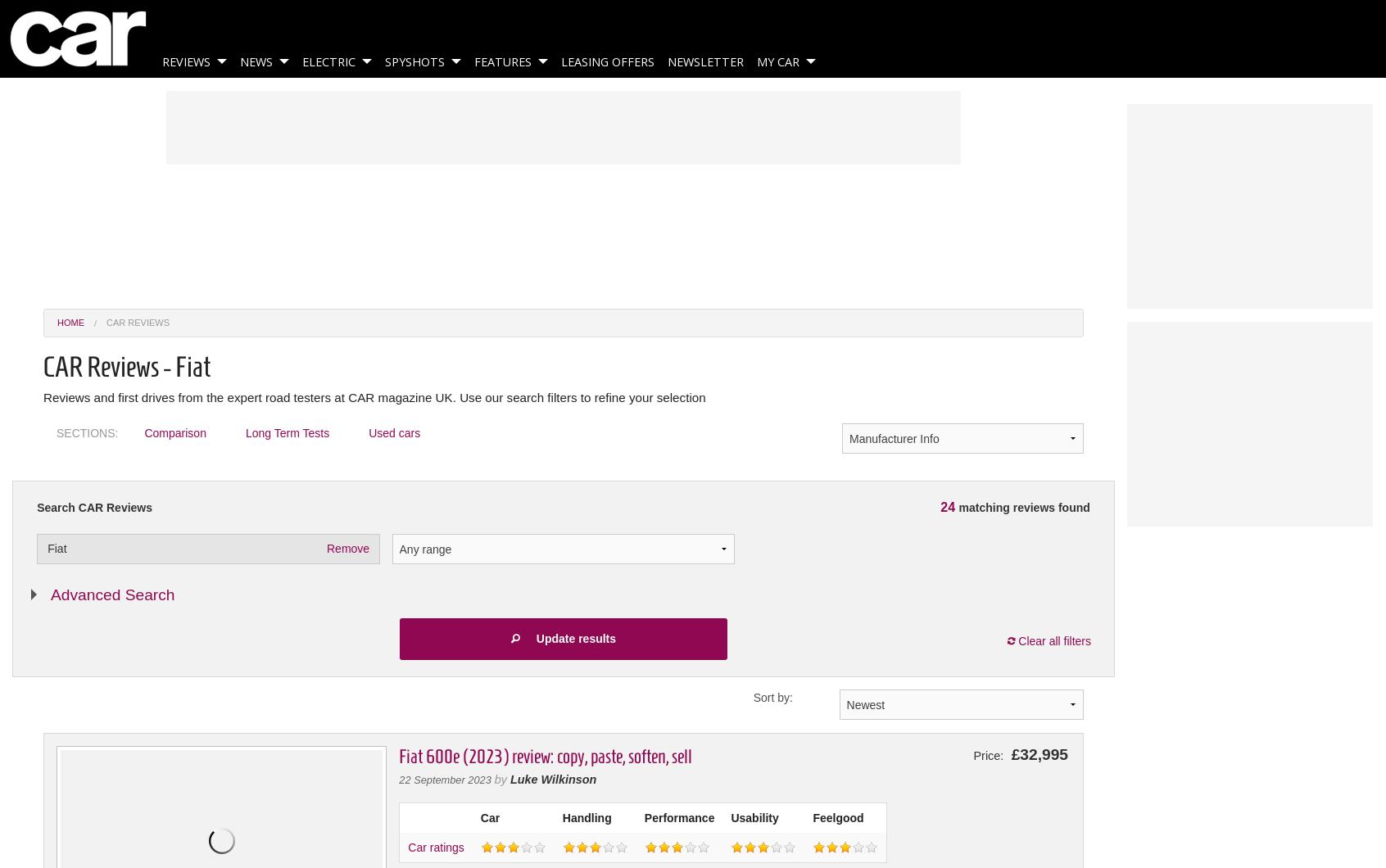 The height and width of the screenshot is (868, 1386). Describe the element at coordinates (754, 816) in the screenshot. I see `'Usability'` at that location.